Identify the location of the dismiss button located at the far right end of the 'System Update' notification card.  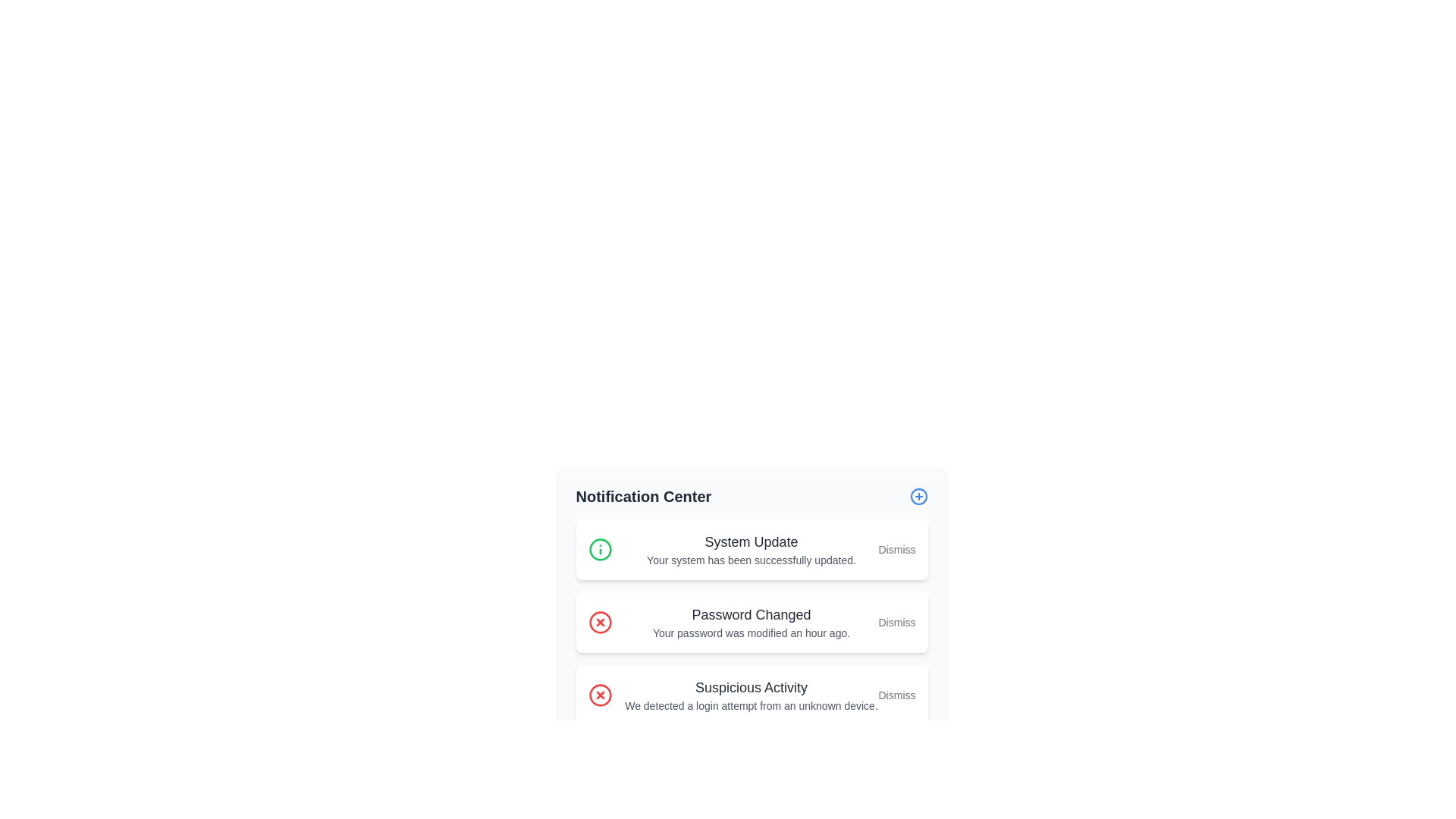
(896, 550).